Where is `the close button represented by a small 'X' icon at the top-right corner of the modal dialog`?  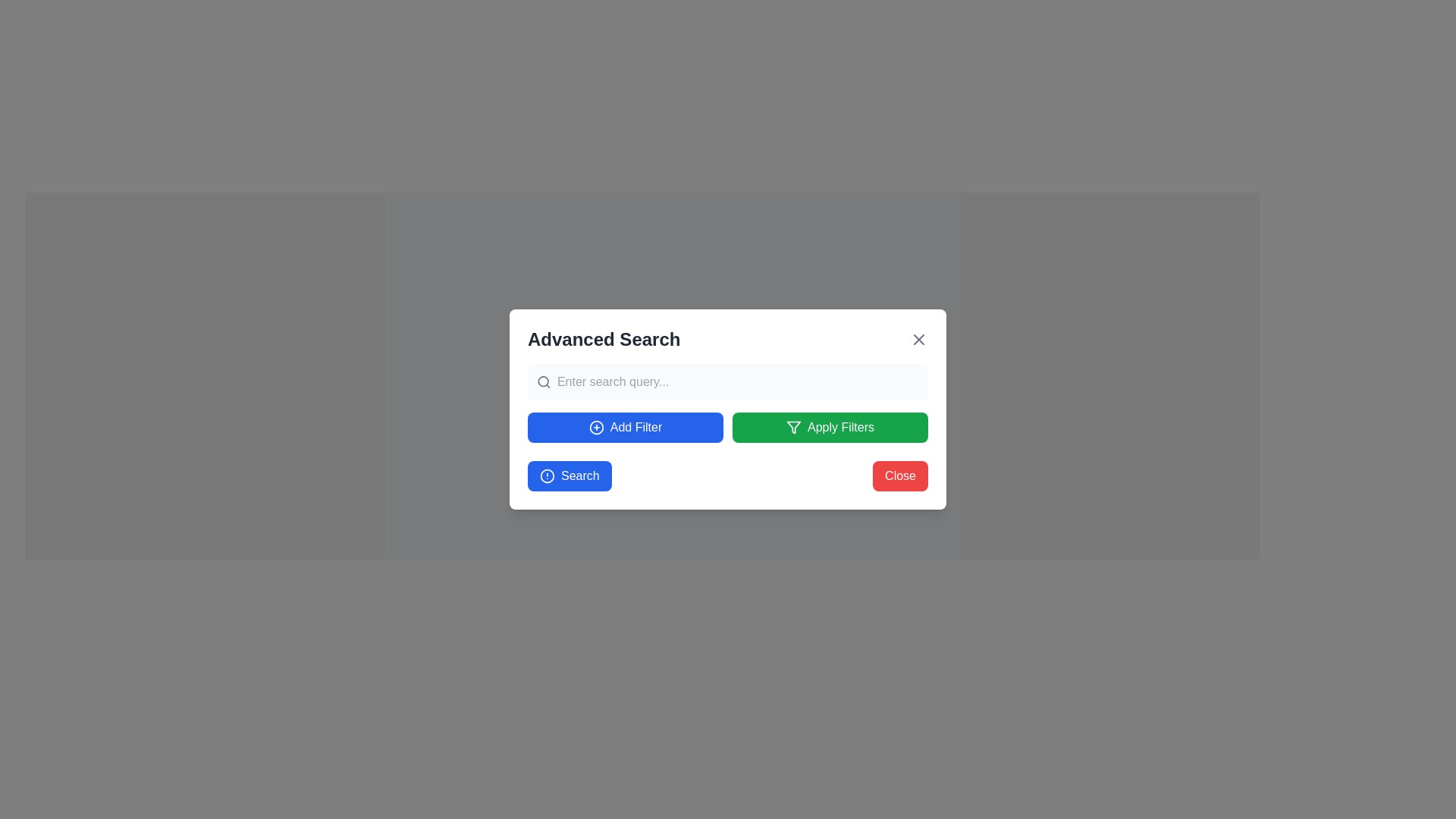
the close button represented by a small 'X' icon at the top-right corner of the modal dialog is located at coordinates (918, 338).